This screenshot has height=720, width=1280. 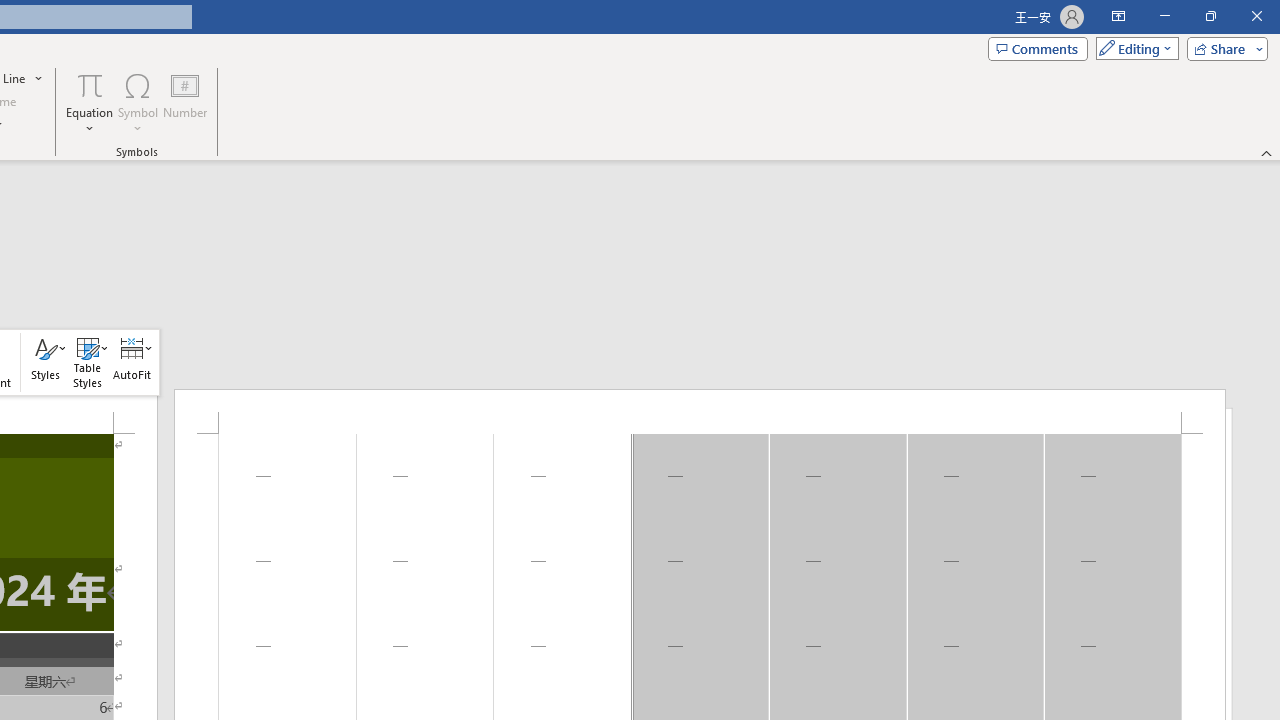 What do you see at coordinates (185, 103) in the screenshot?
I see `'Number...'` at bounding box center [185, 103].